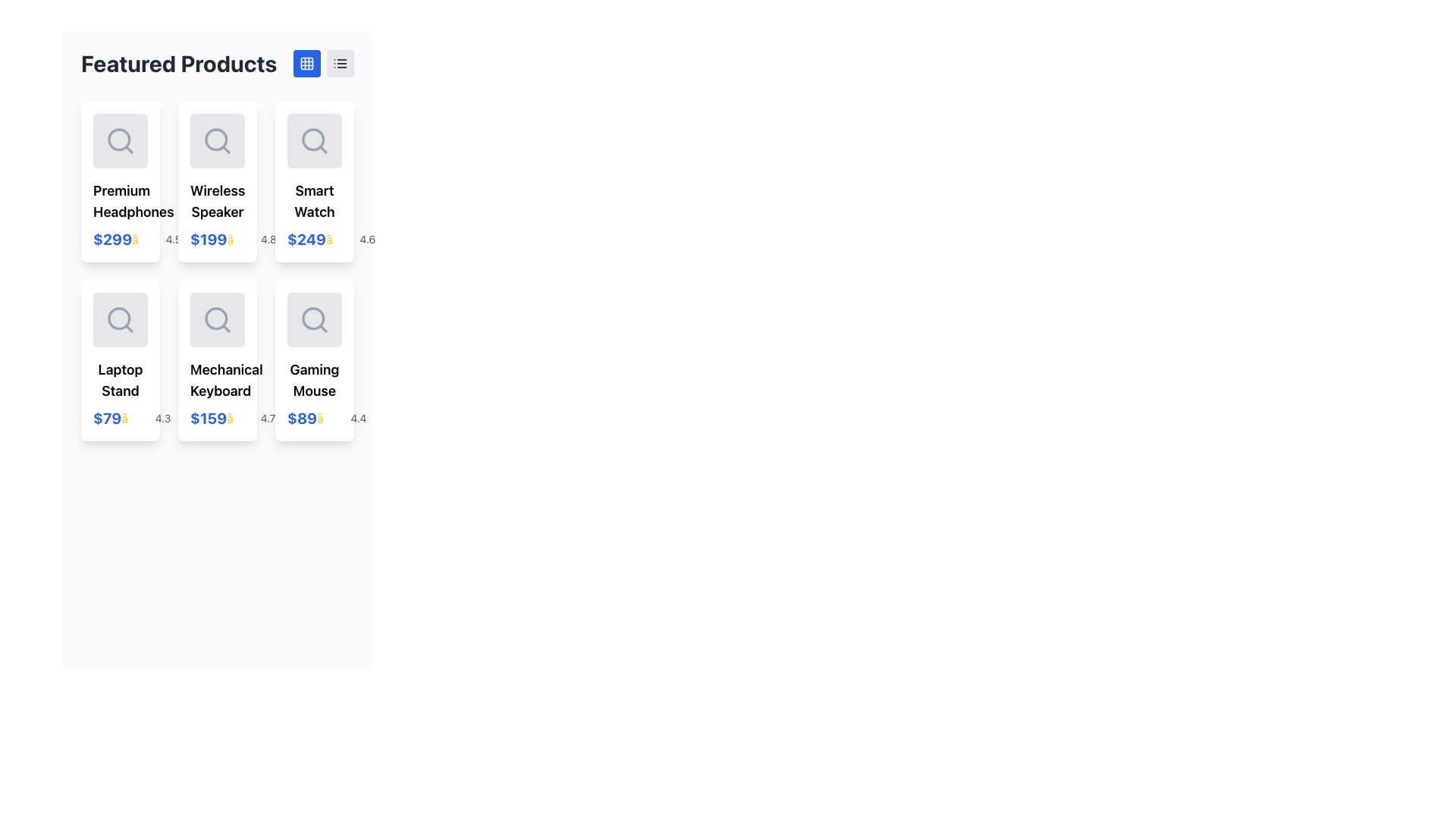  Describe the element at coordinates (119, 418) in the screenshot. I see `the price and rating information of the 'Laptop Stand' product, which includes the bold blue text '$79' and the yellow star icon with the gray rating '4.3'` at that location.